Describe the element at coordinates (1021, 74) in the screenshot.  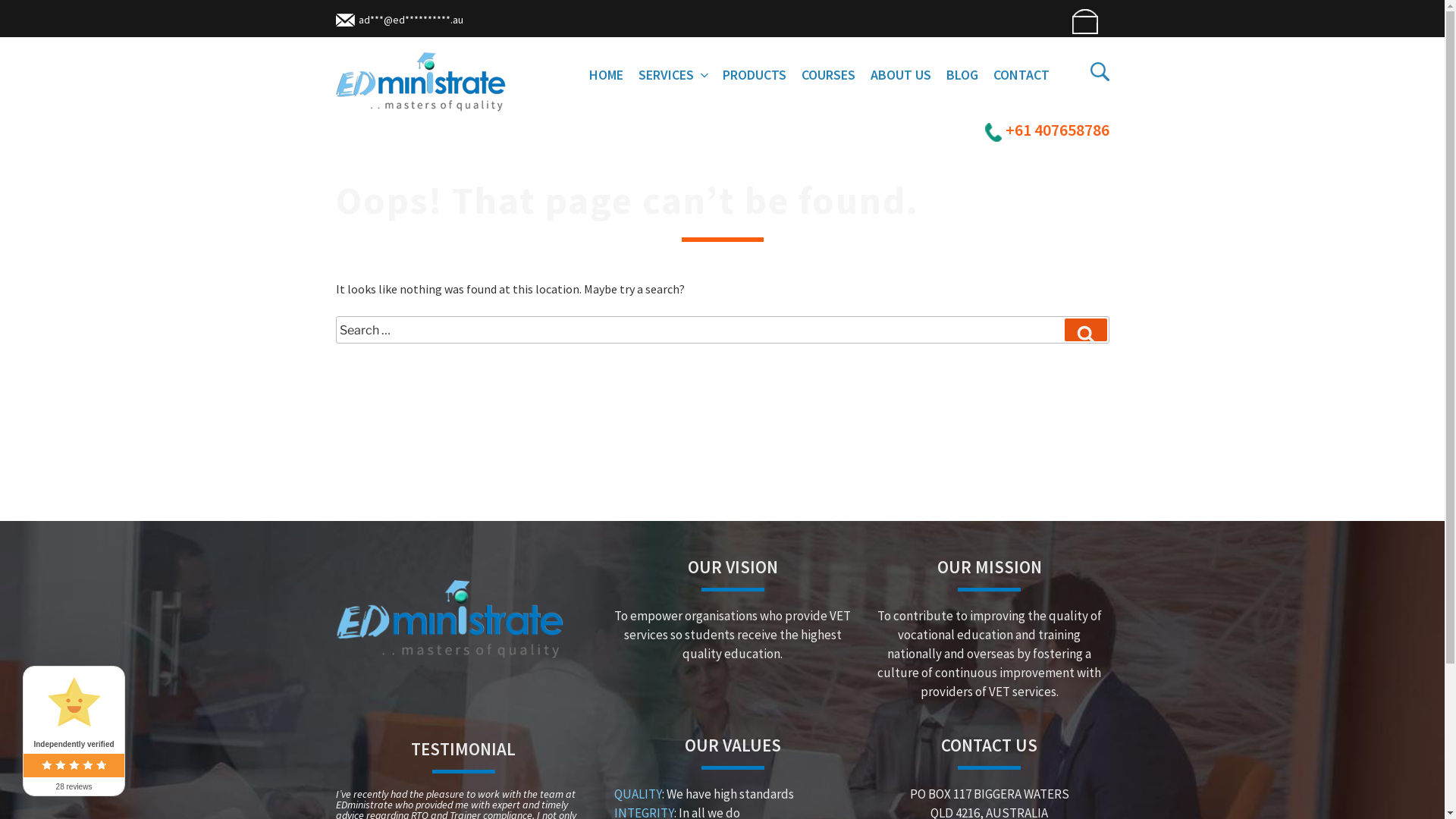
I see `'CONTACT'` at that location.